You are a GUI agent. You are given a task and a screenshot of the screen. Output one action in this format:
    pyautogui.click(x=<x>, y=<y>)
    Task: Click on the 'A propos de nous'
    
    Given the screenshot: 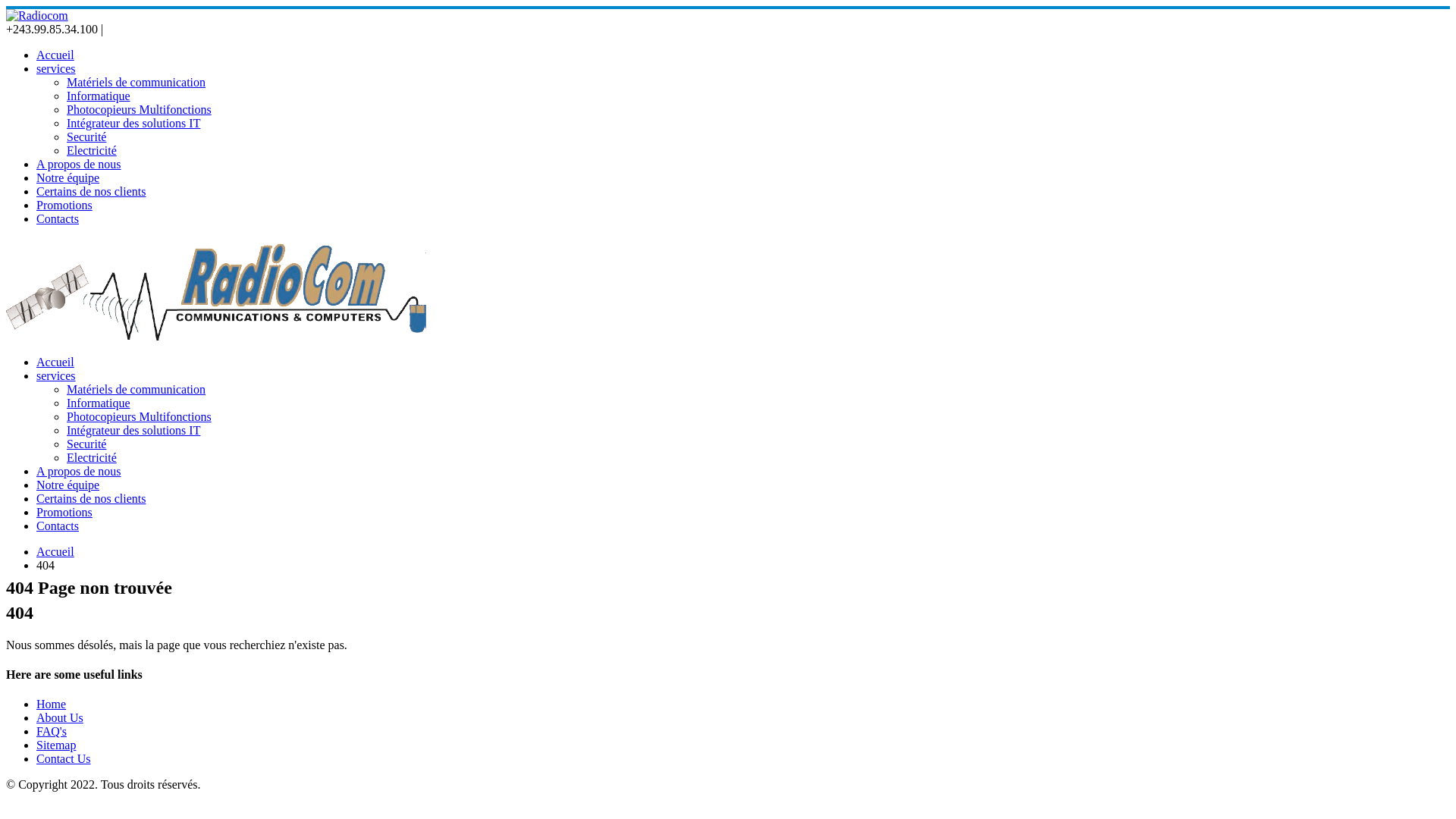 What is the action you would take?
    pyautogui.click(x=78, y=164)
    